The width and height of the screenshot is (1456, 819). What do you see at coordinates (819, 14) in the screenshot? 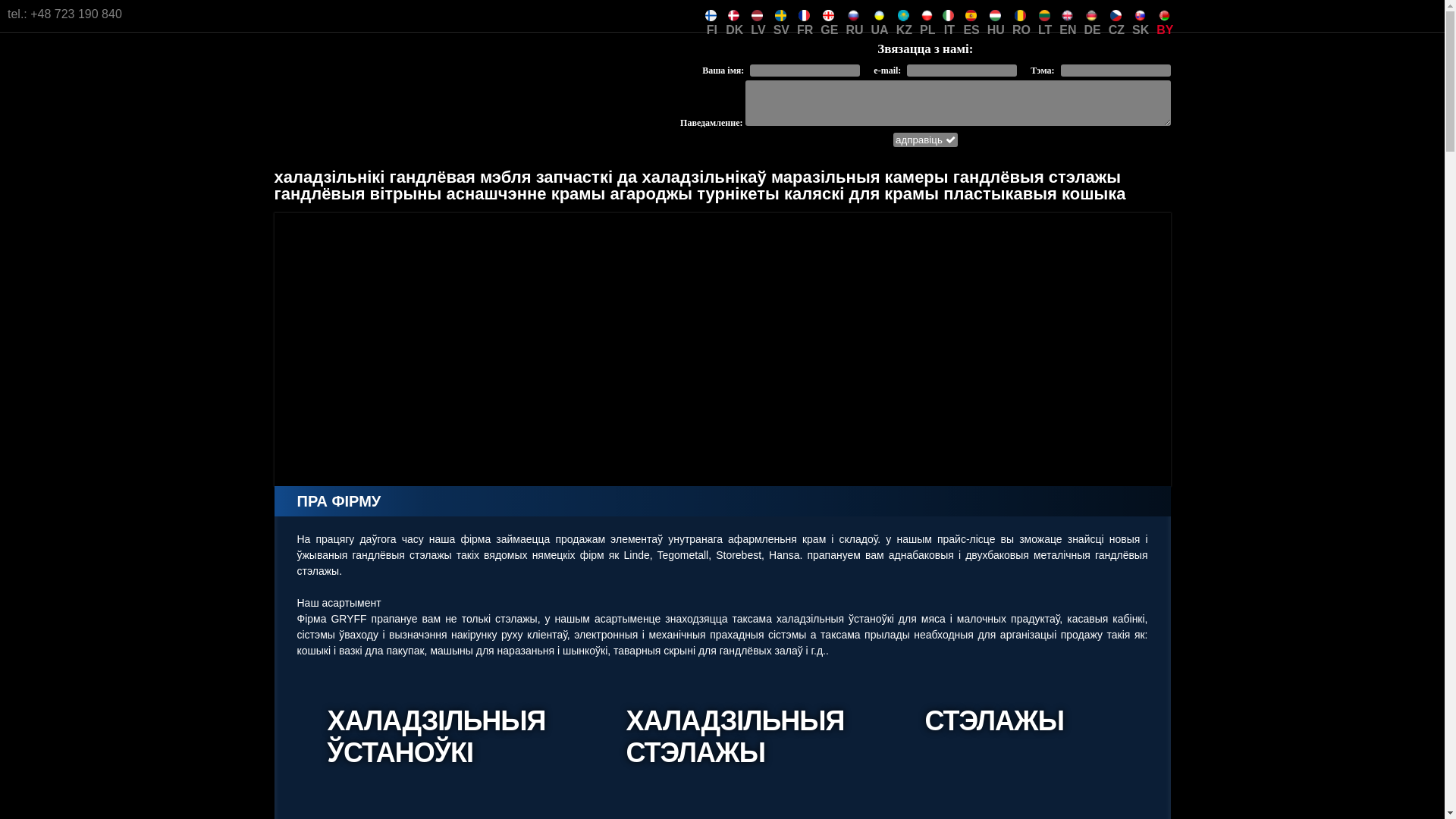
I see `'GE'` at bounding box center [819, 14].